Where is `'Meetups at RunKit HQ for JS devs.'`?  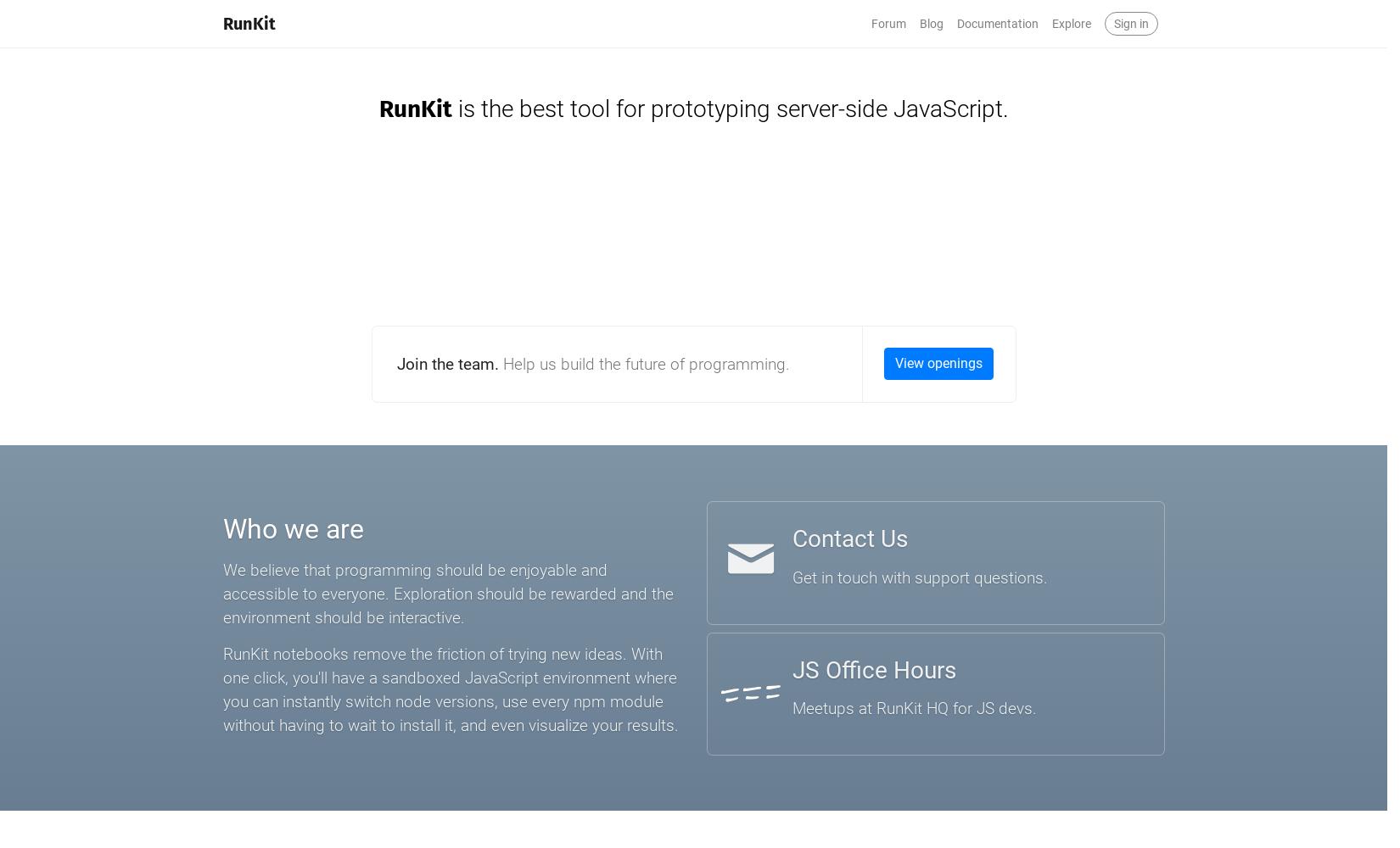 'Meetups at RunKit HQ for JS devs.' is located at coordinates (792, 708).